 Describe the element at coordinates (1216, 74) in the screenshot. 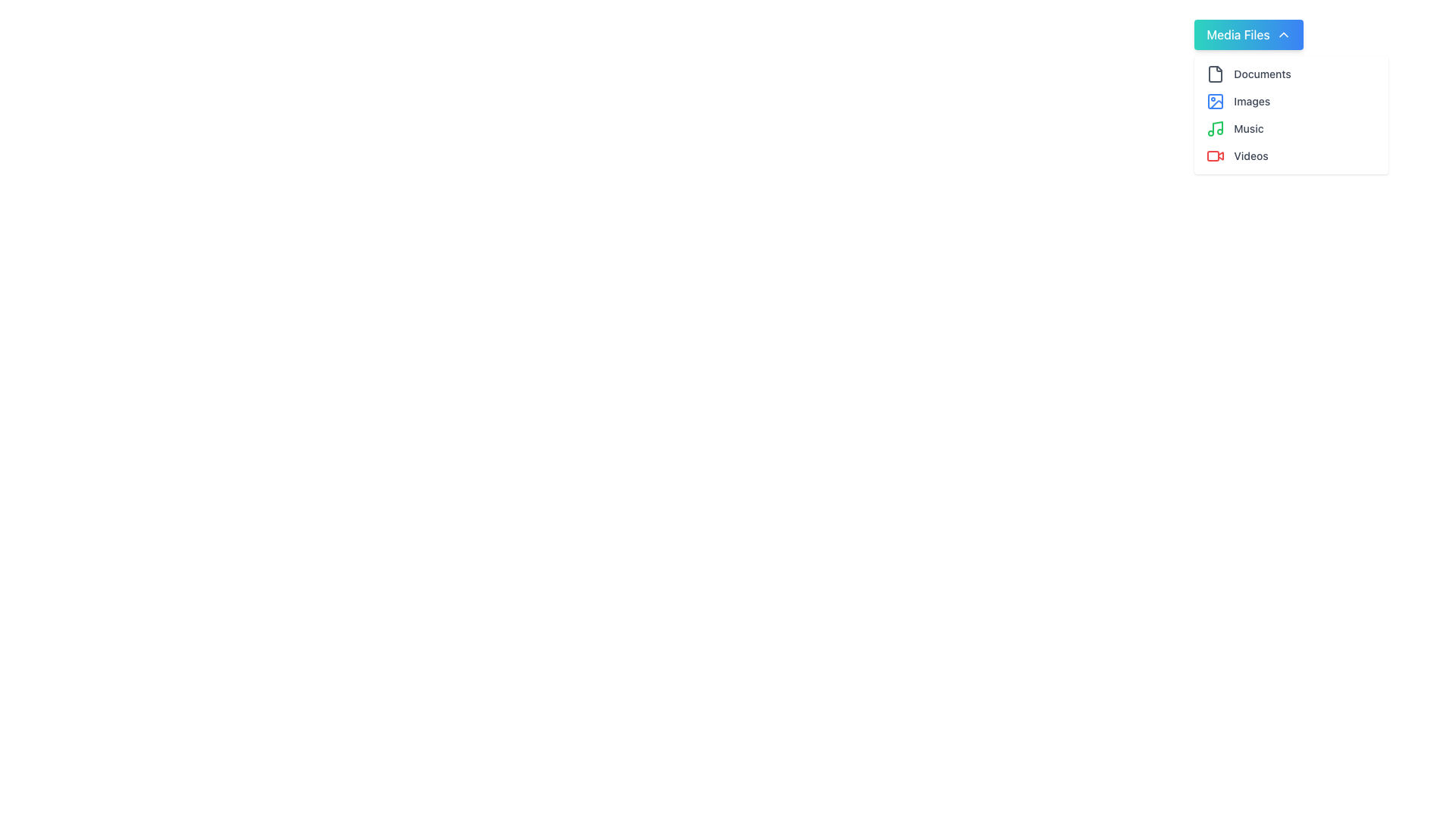

I see `the document icon located at the top left of the dropdown menu under 'Media Files'` at that location.